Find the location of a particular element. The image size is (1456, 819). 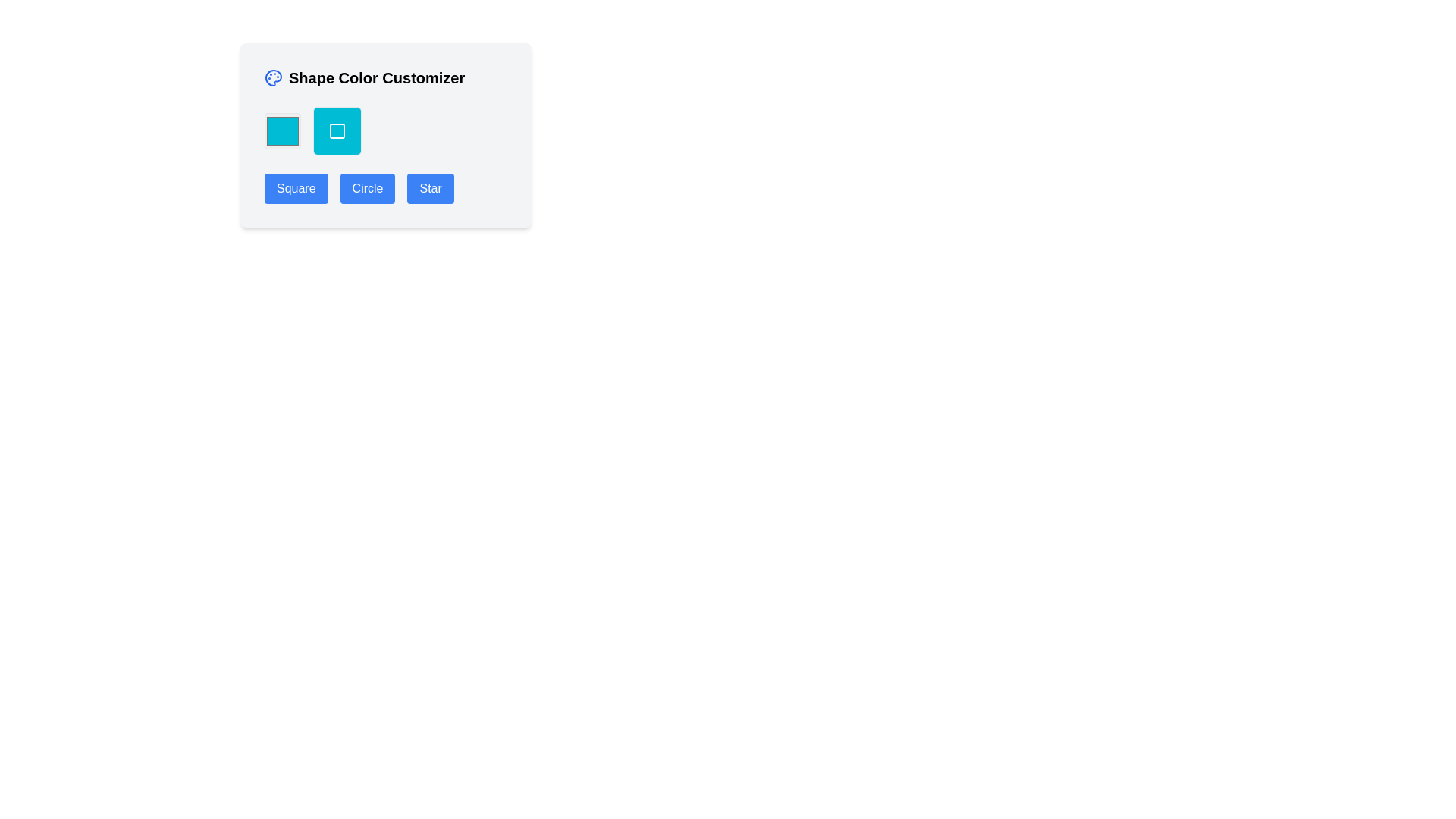

the 'Star' button, which is the third button in a row of buttons labeled 'Square', 'Circle', and 'Star', located near the bottom-center of the 'Shape Color Customizer' card interface is located at coordinates (430, 188).